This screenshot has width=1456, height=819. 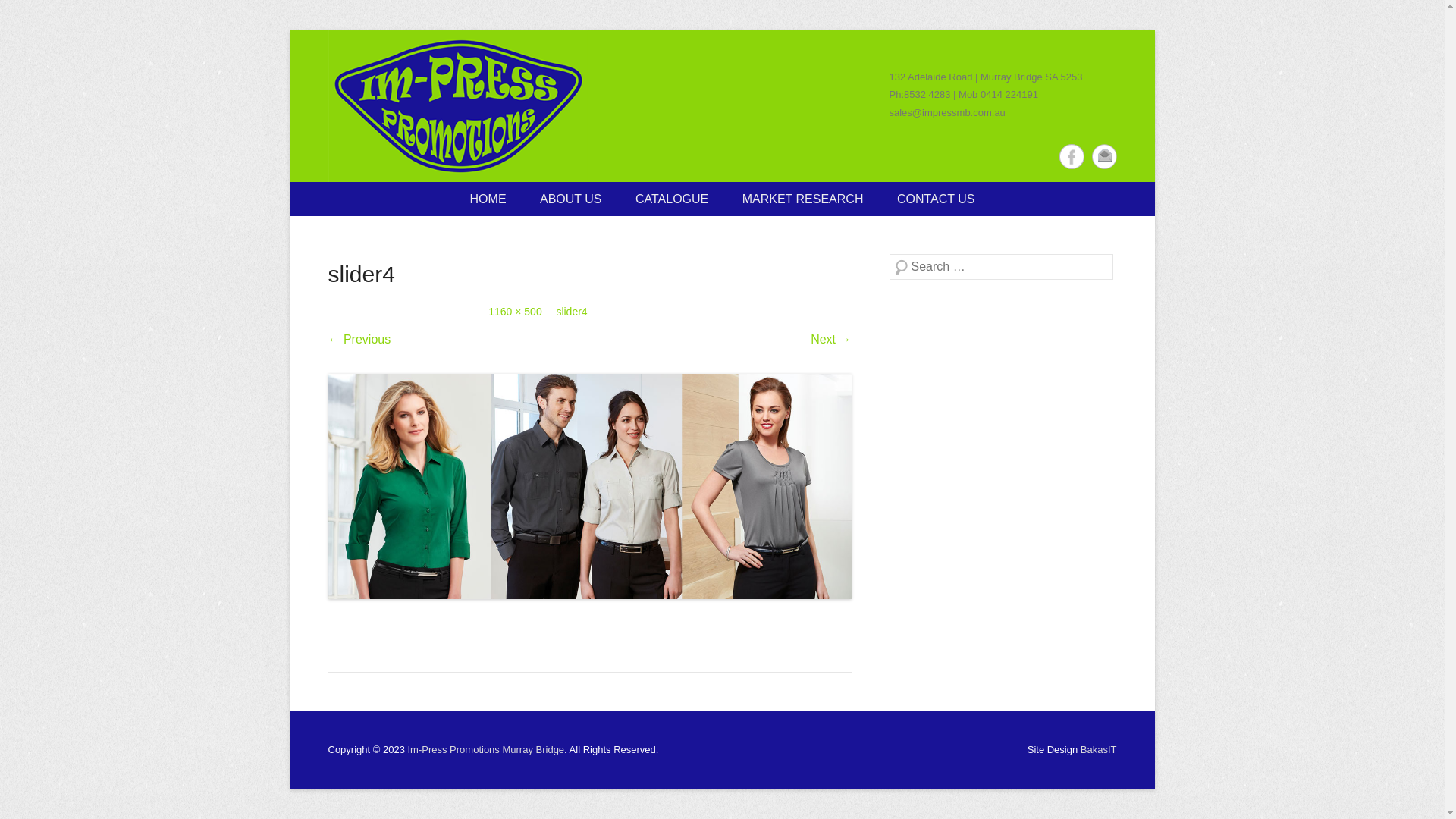 I want to click on 'Skip to content', so click(x=290, y=191).